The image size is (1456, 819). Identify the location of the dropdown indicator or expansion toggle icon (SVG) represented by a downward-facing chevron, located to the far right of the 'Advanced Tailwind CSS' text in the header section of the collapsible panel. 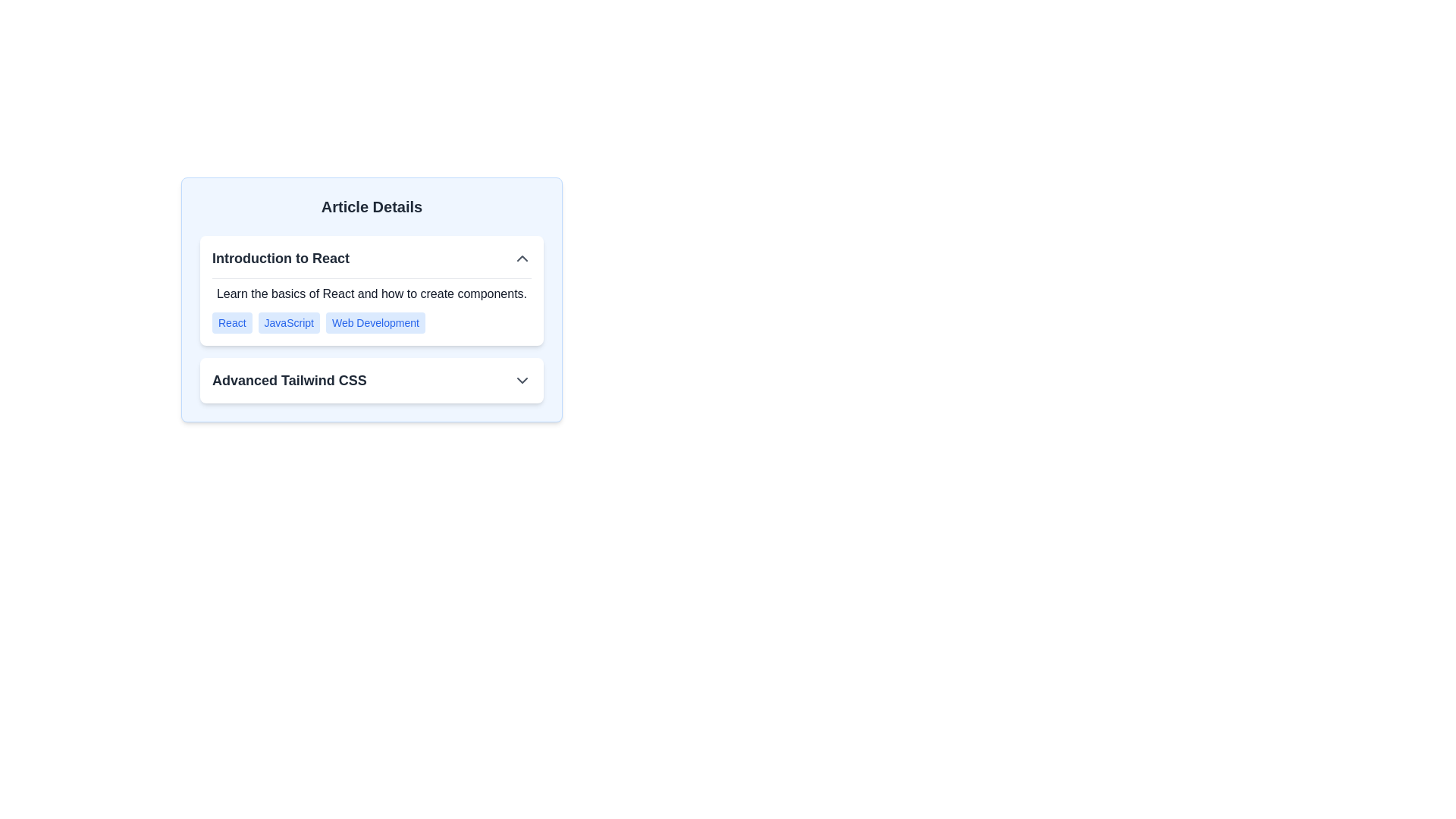
(522, 379).